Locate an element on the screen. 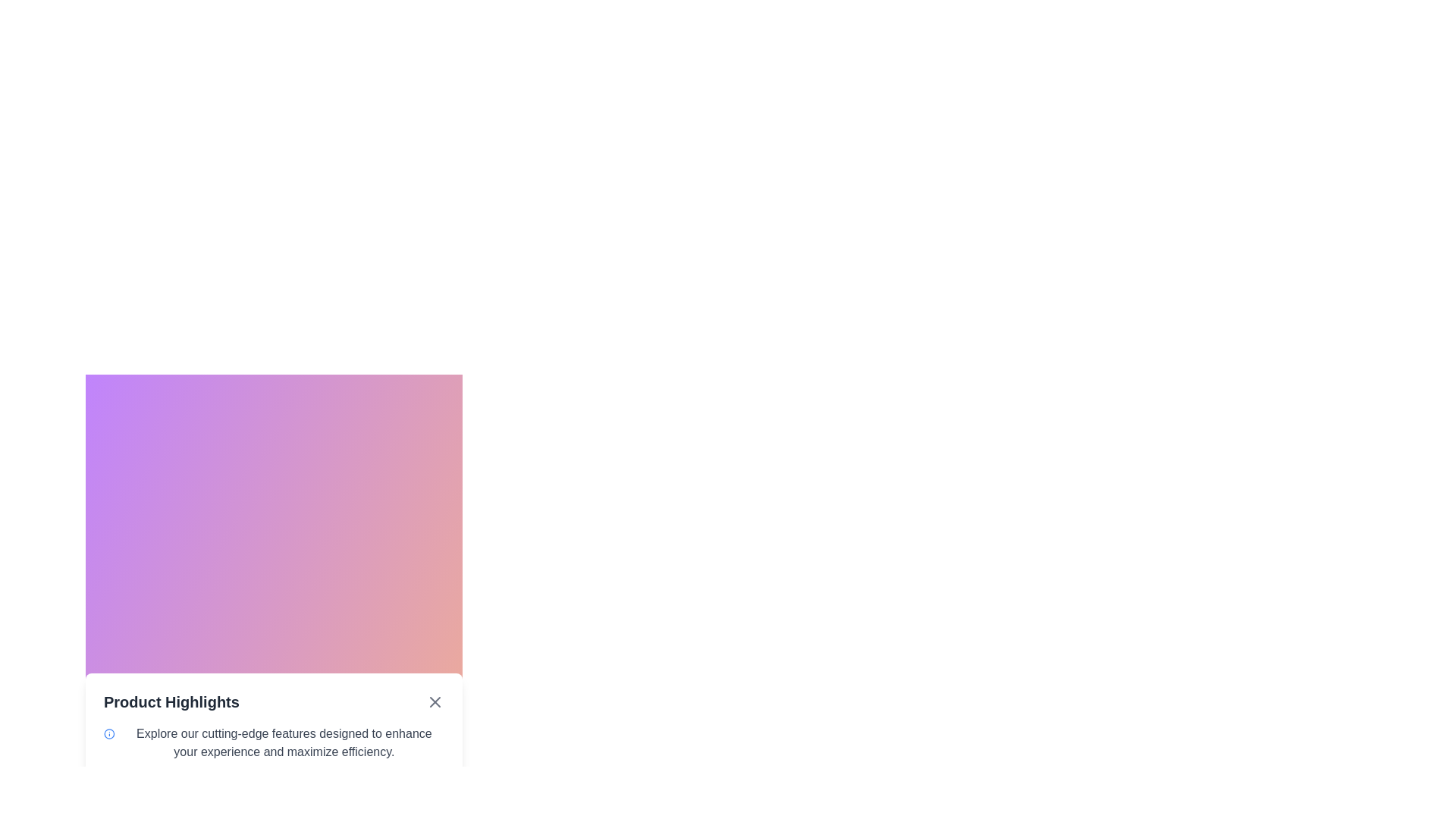  the small 'X' shaped button in the top-right corner of the 'Product Highlights' section to trigger the color change effect is located at coordinates (435, 701).